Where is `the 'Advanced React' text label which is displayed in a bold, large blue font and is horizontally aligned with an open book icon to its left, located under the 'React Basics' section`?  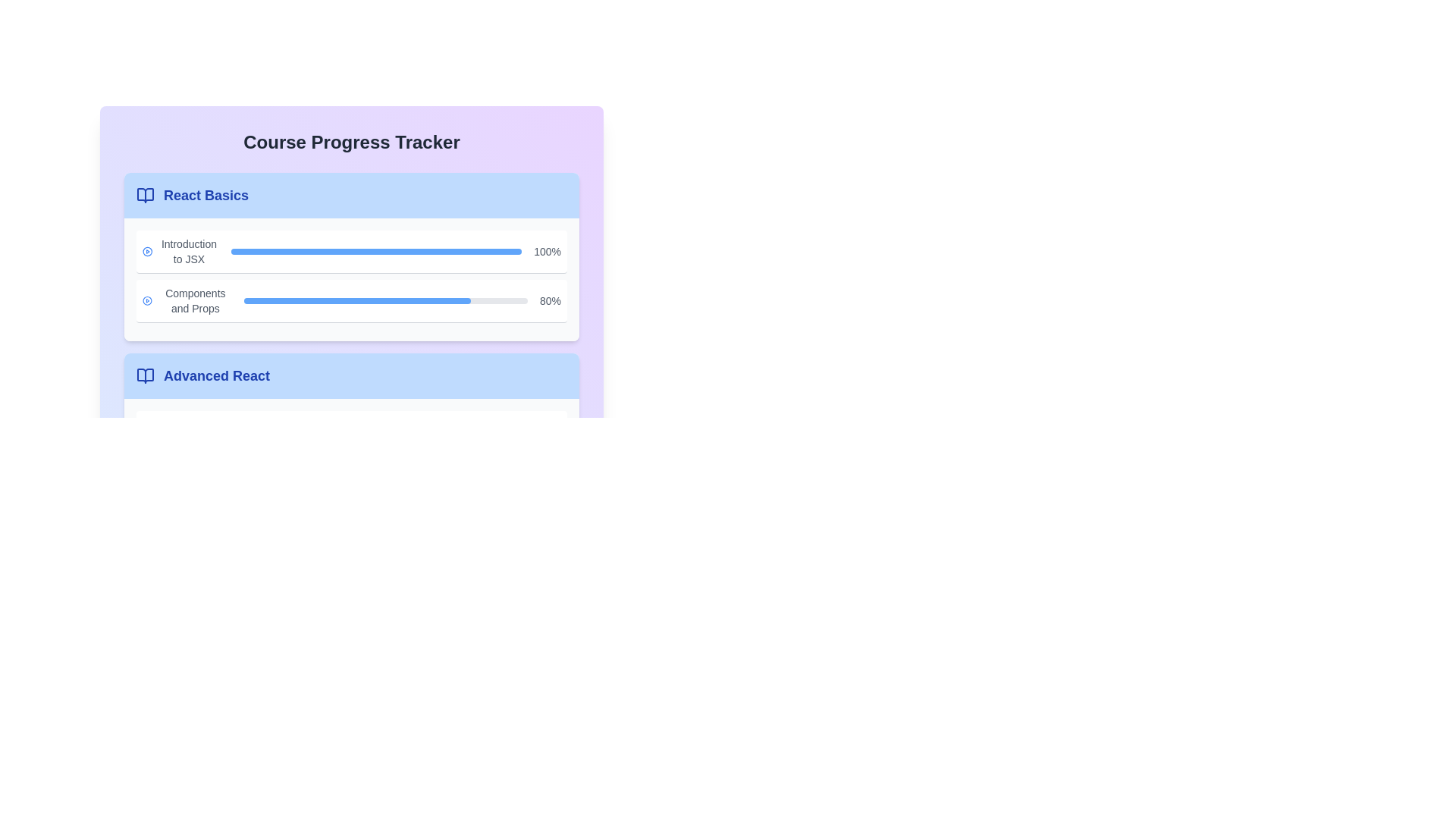 the 'Advanced React' text label which is displayed in a bold, large blue font and is horizontally aligned with an open book icon to its left, located under the 'React Basics' section is located at coordinates (202, 375).